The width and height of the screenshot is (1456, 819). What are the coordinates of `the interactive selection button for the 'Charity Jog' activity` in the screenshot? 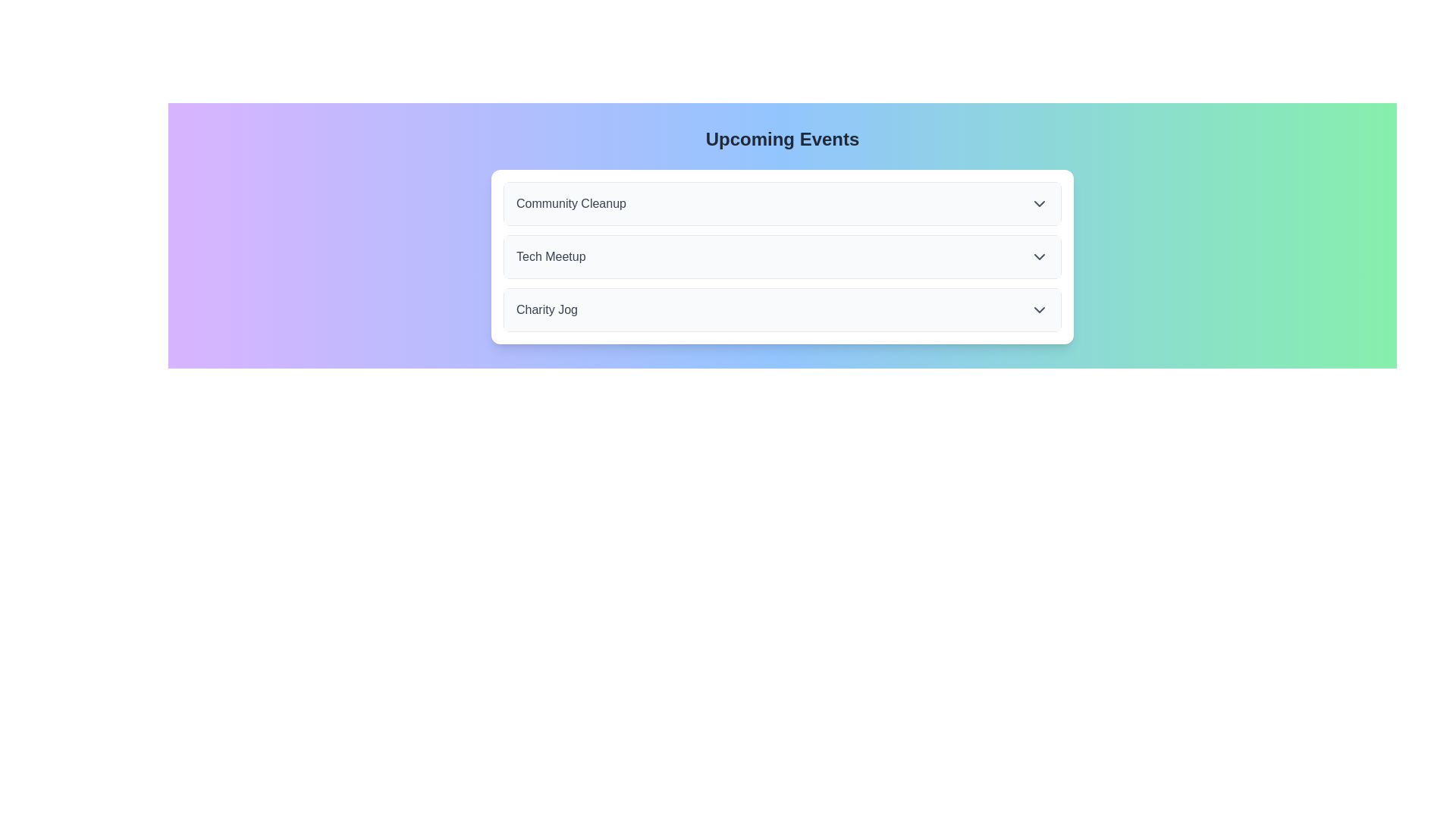 It's located at (783, 309).